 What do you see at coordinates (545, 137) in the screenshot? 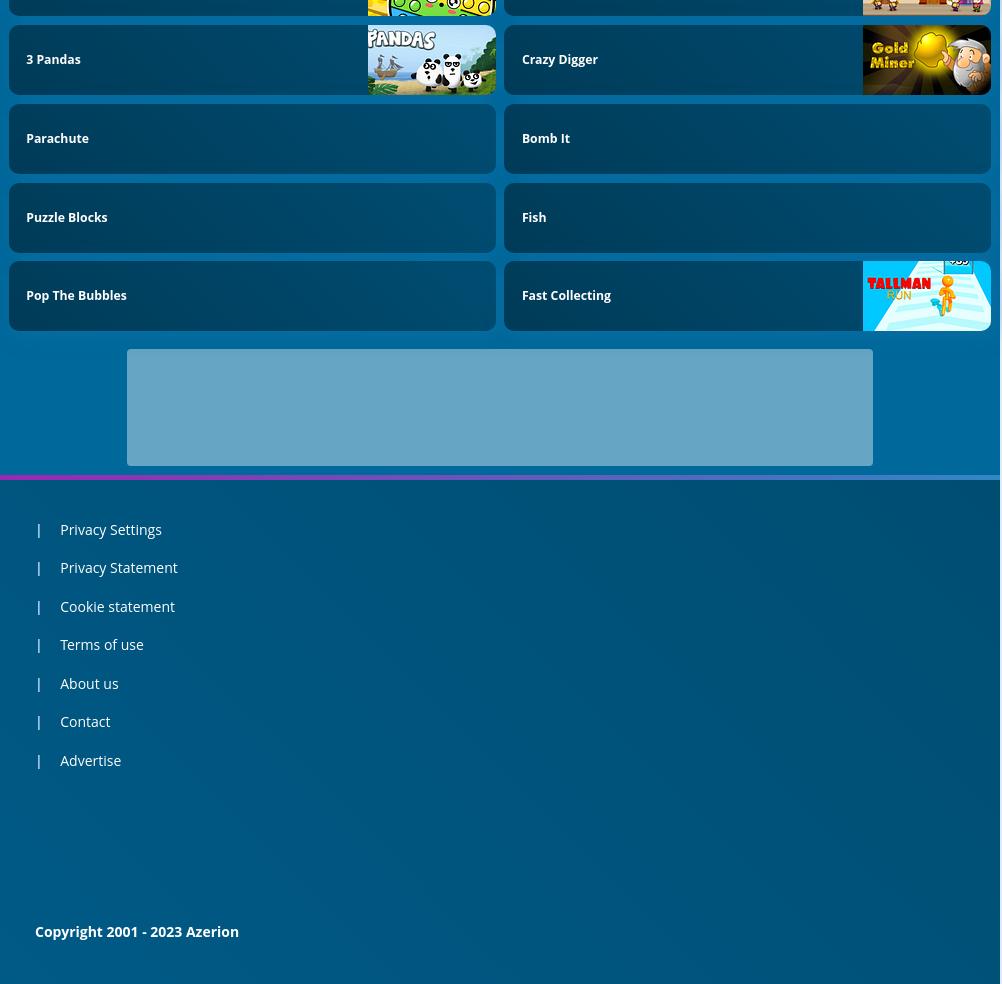
I see `'Bomb It'` at bounding box center [545, 137].